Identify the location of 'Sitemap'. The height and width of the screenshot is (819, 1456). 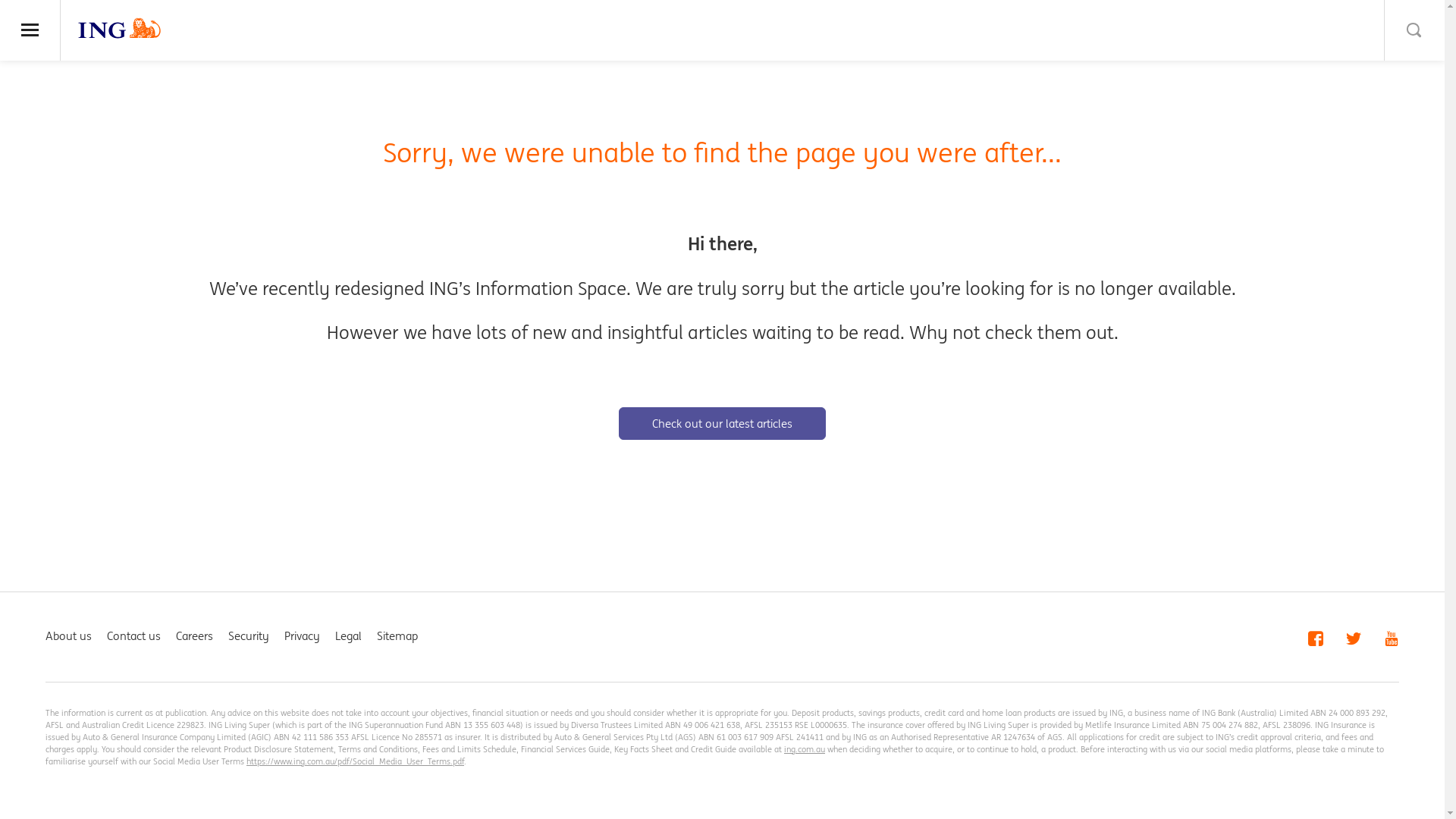
(377, 635).